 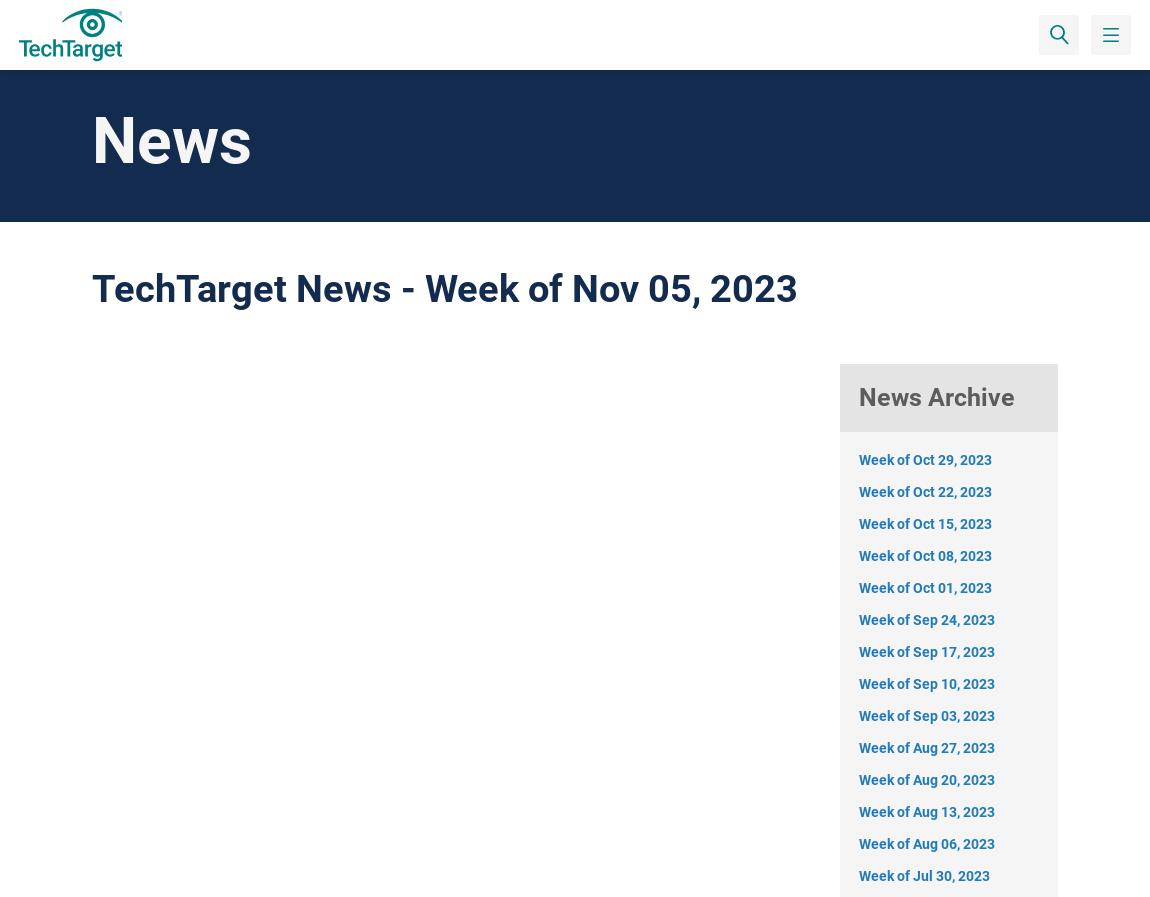 I want to click on 'Week of Oct 15, 2023', so click(x=925, y=523).